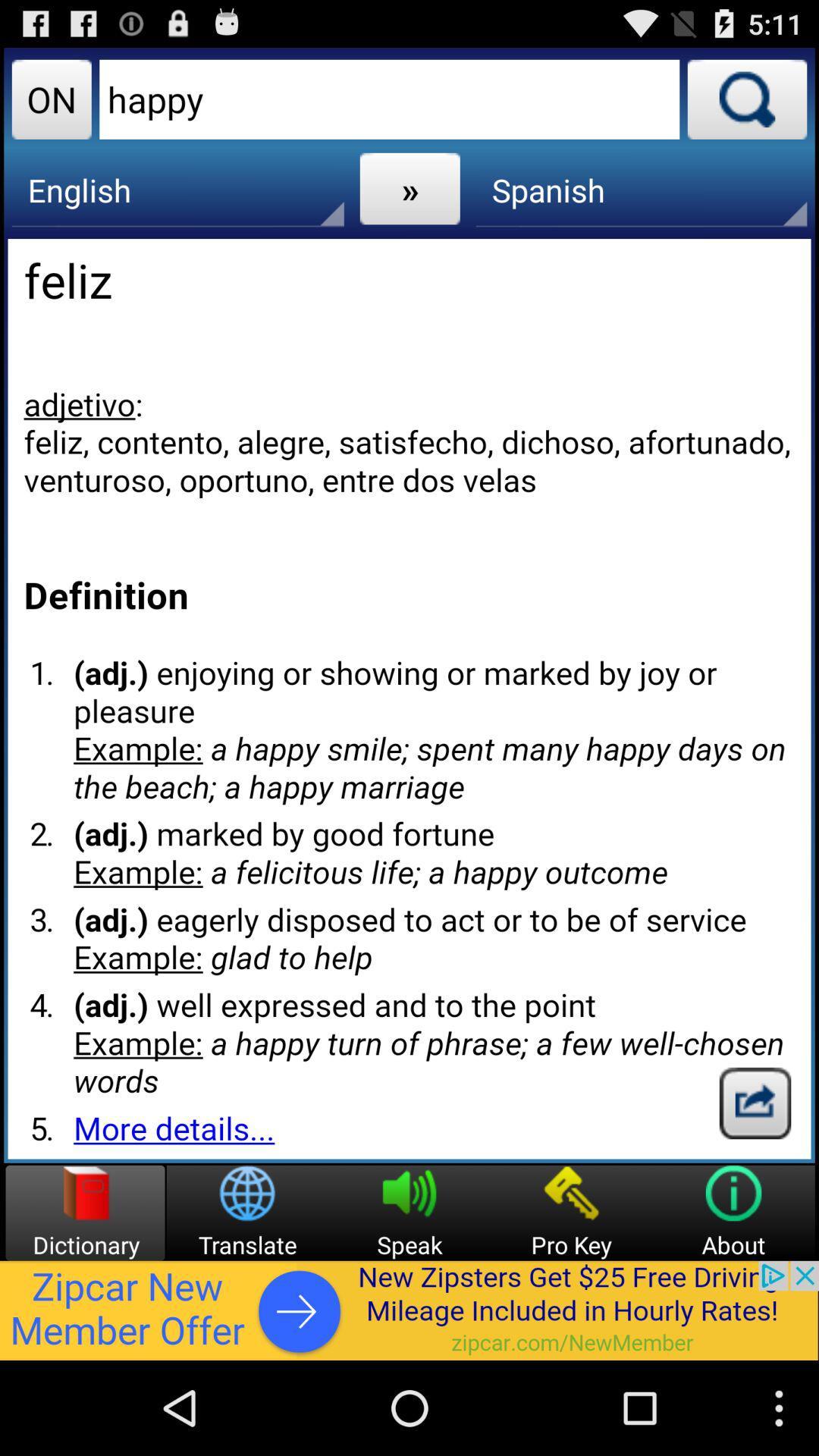 Image resolution: width=819 pixels, height=1456 pixels. What do you see at coordinates (409, 1310) in the screenshot?
I see `the adversitement` at bounding box center [409, 1310].